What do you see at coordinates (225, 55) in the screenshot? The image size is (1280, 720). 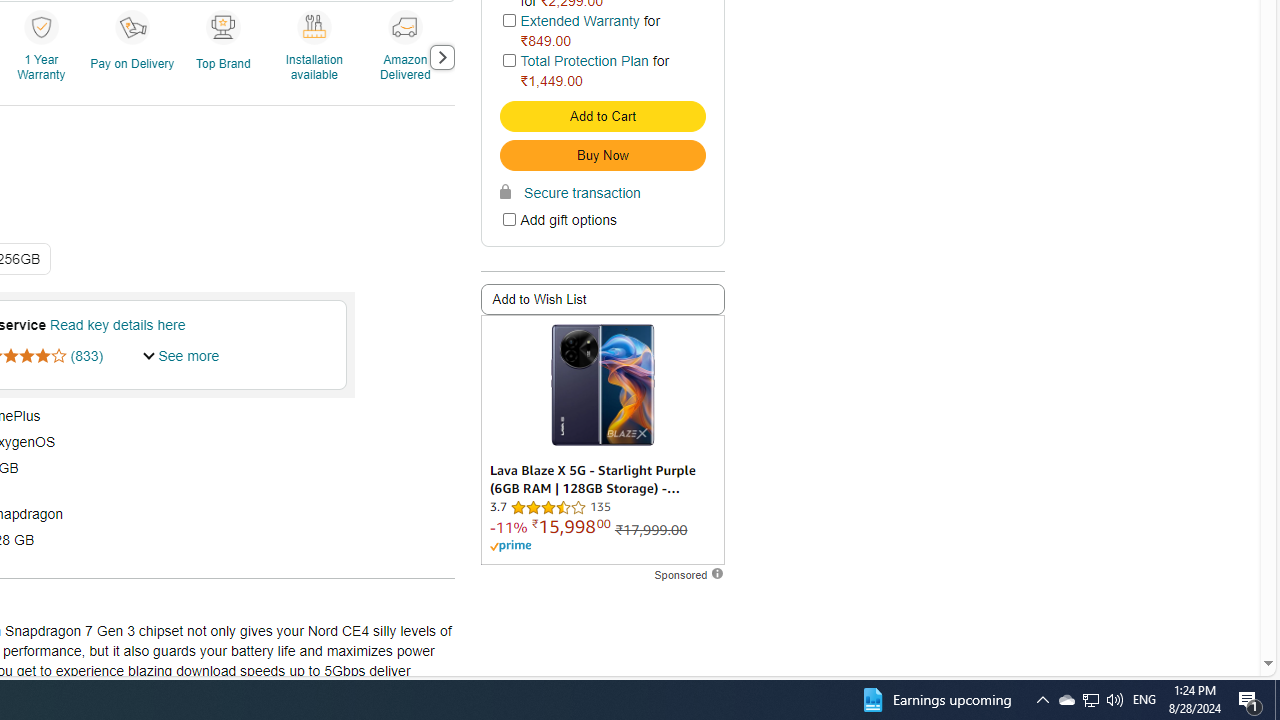 I see `'Top Brand'` at bounding box center [225, 55].